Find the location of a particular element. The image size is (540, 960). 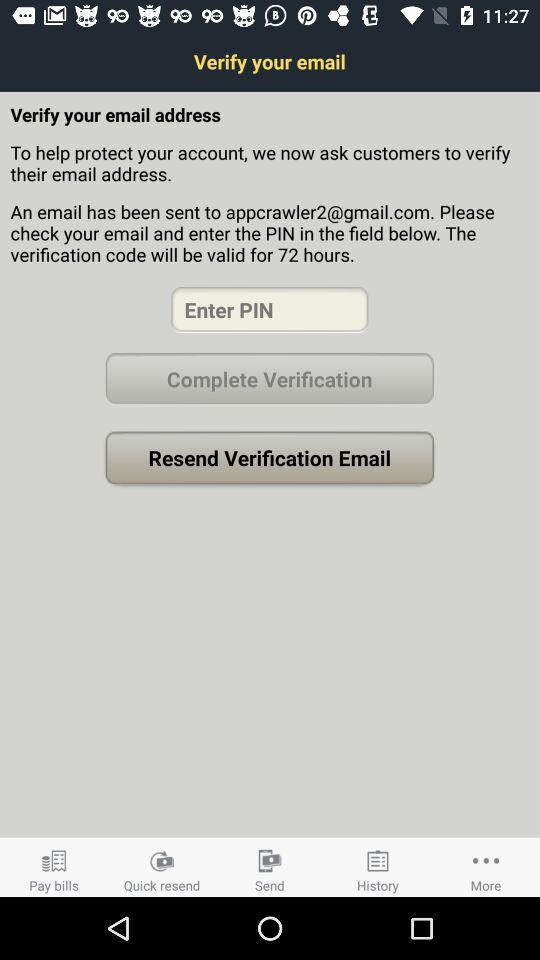

the button above resend verification email is located at coordinates (269, 378).